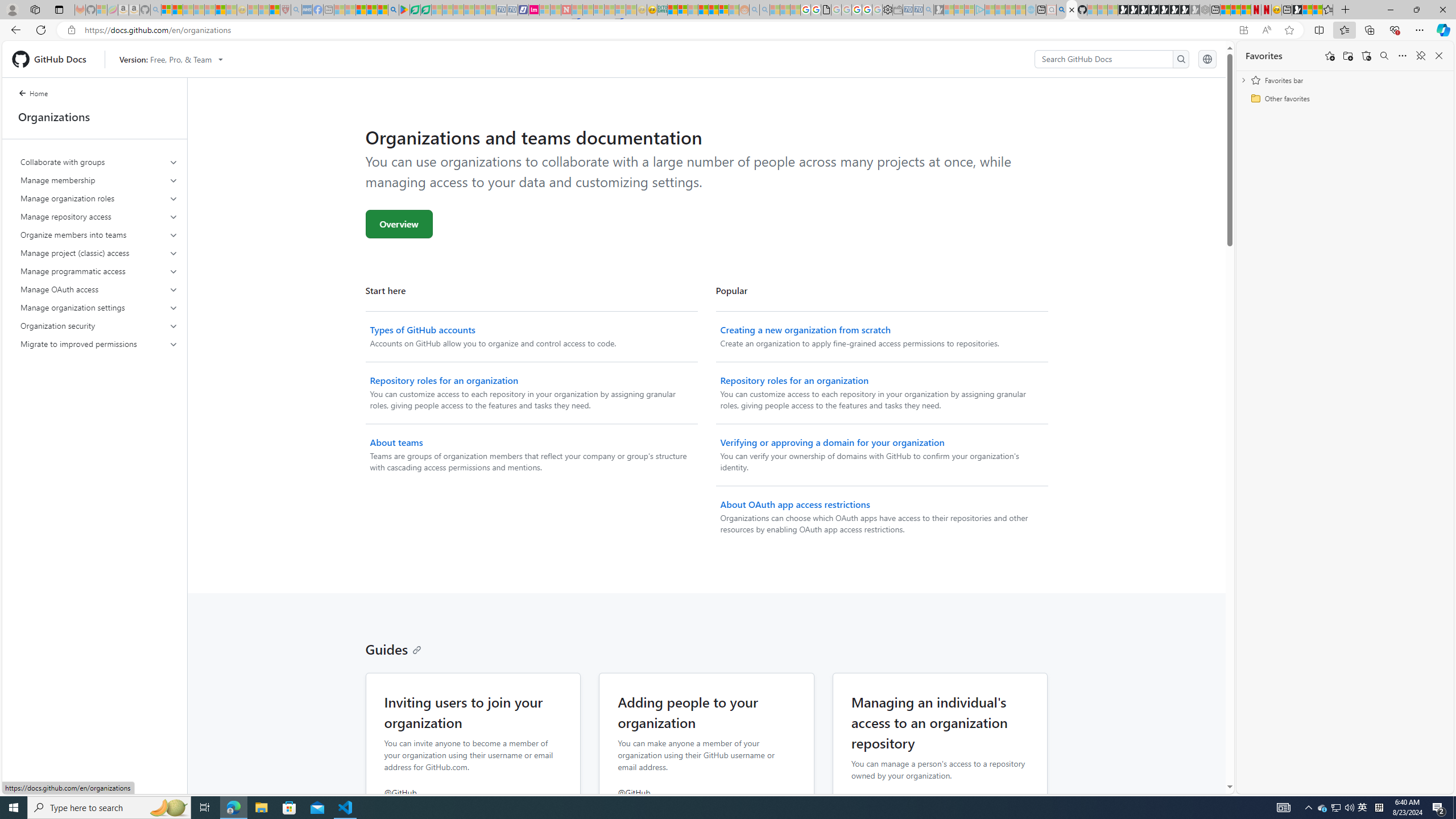 This screenshot has width=1456, height=819. What do you see at coordinates (100, 253) in the screenshot?
I see `'Manage project (classic) access'` at bounding box center [100, 253].